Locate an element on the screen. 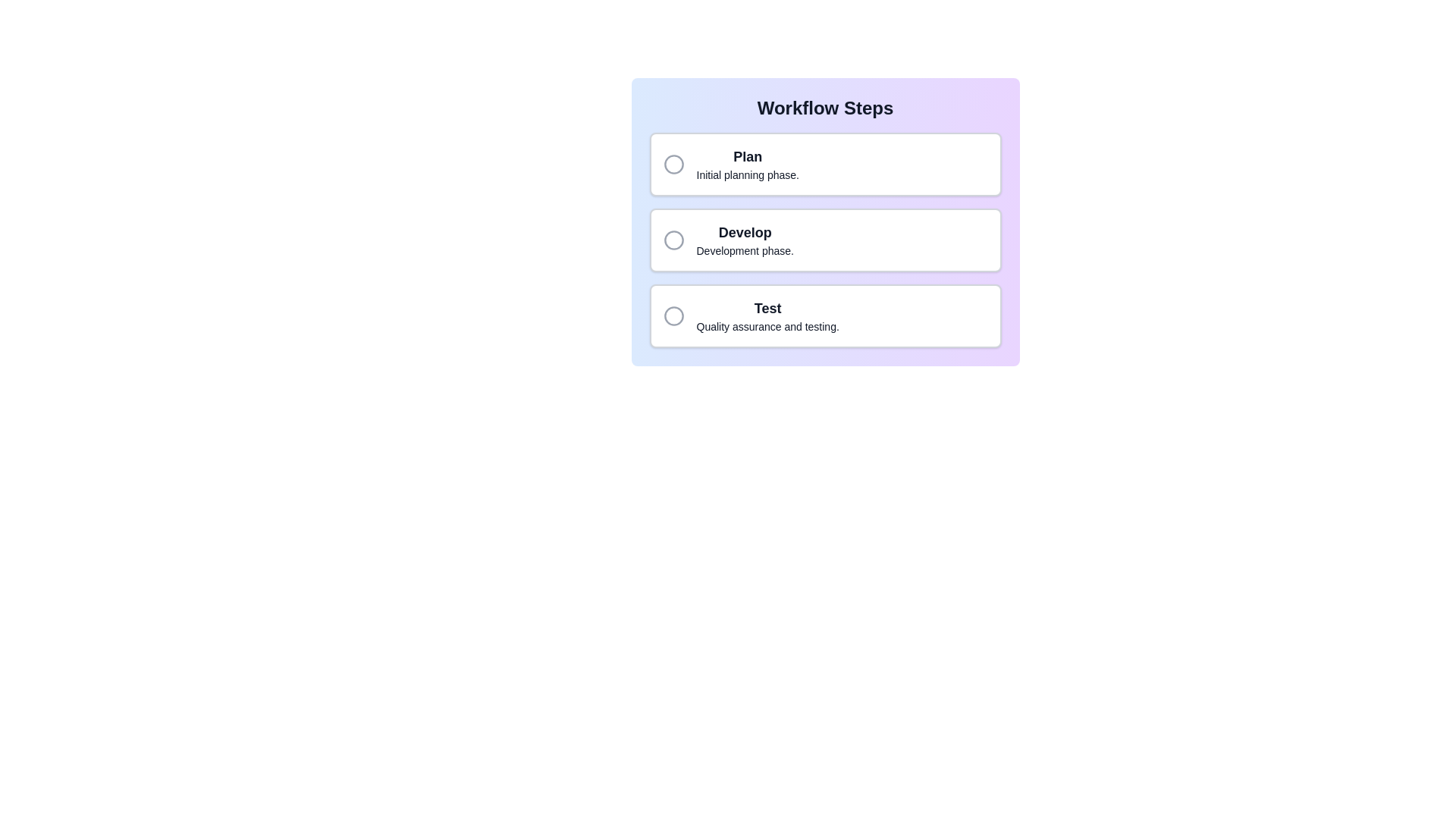  the text label that serves as the title for the third step in the workflow, located beneath 'Workflow Steps' and above 'Quality assurance and testing' is located at coordinates (767, 308).